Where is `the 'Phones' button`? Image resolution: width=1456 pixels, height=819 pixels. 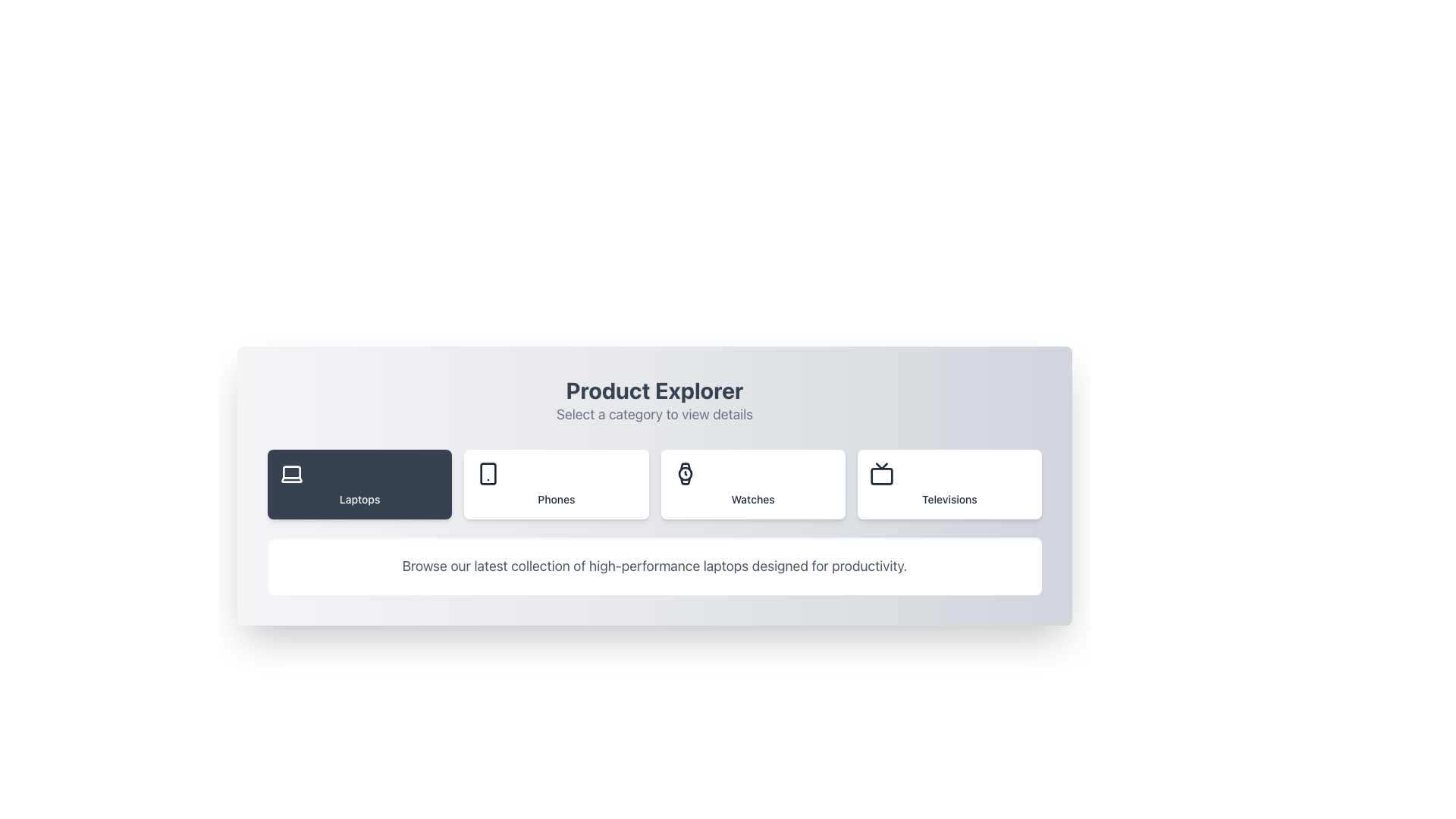 the 'Phones' button is located at coordinates (555, 485).